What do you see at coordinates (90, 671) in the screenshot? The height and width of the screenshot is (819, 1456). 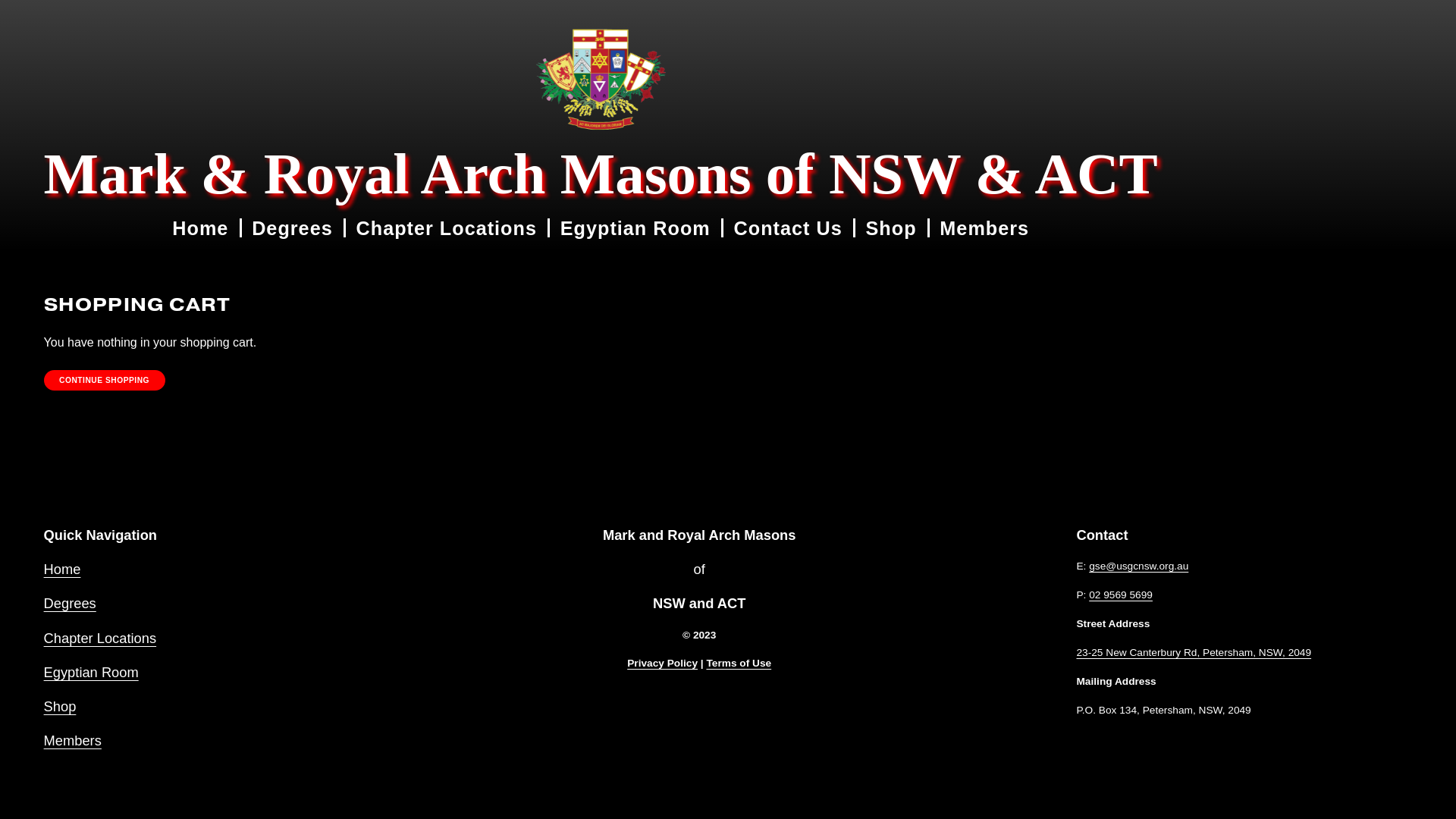 I see `'Egyptian Room'` at bounding box center [90, 671].